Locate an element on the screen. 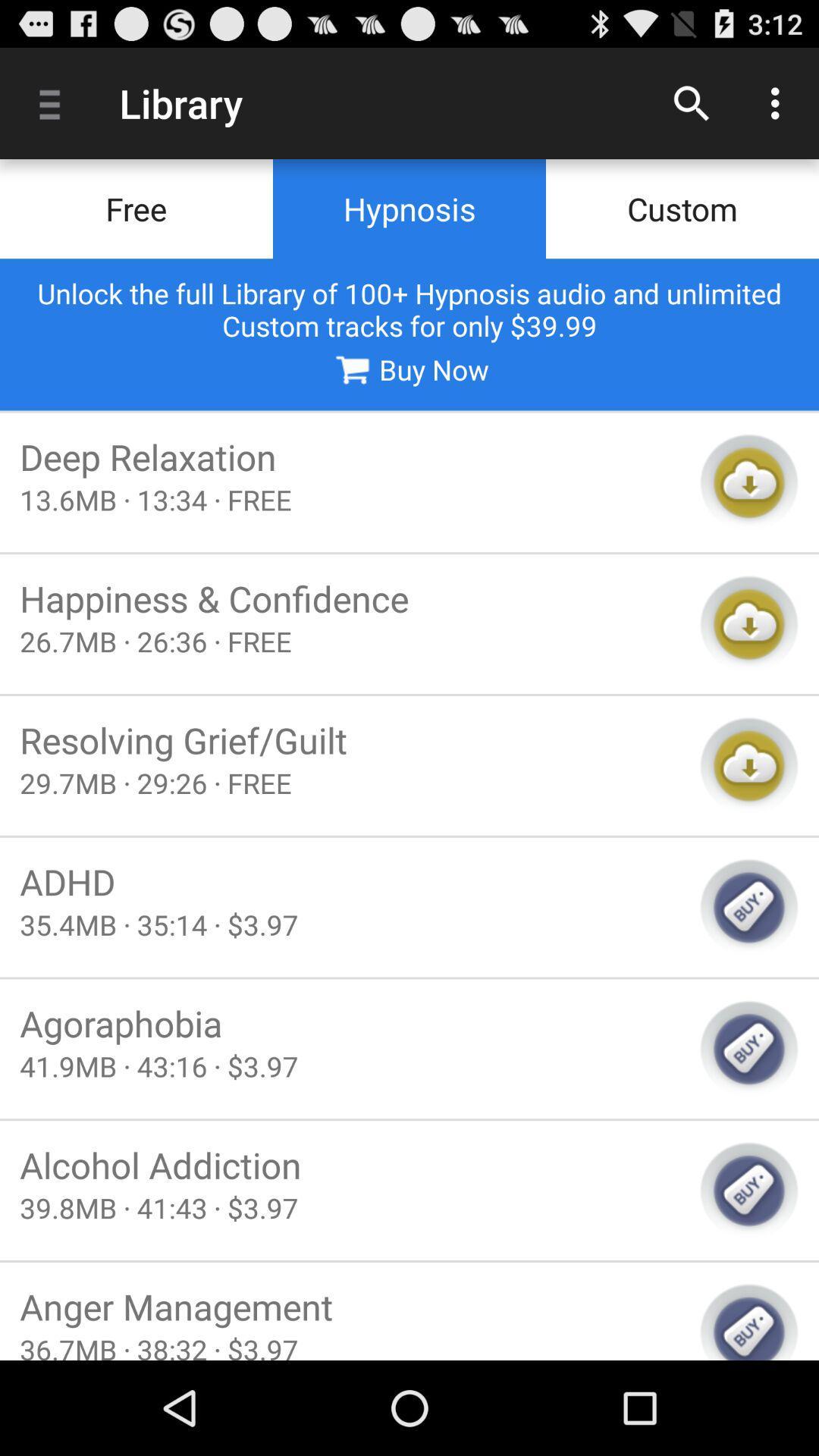 Image resolution: width=819 pixels, height=1456 pixels. the alcohol addiction is located at coordinates (350, 1164).